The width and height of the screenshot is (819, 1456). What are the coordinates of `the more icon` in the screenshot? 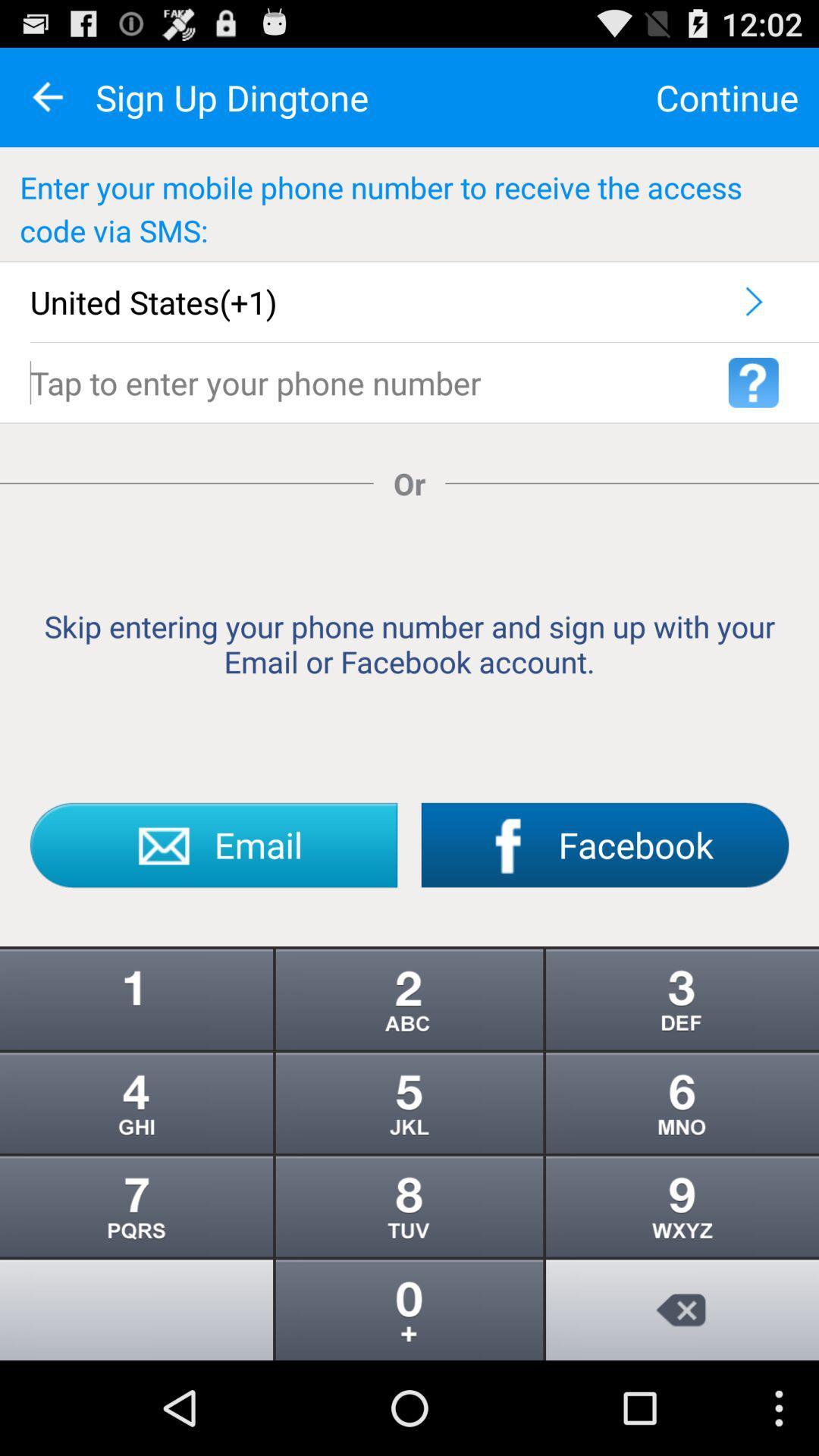 It's located at (681, 1068).